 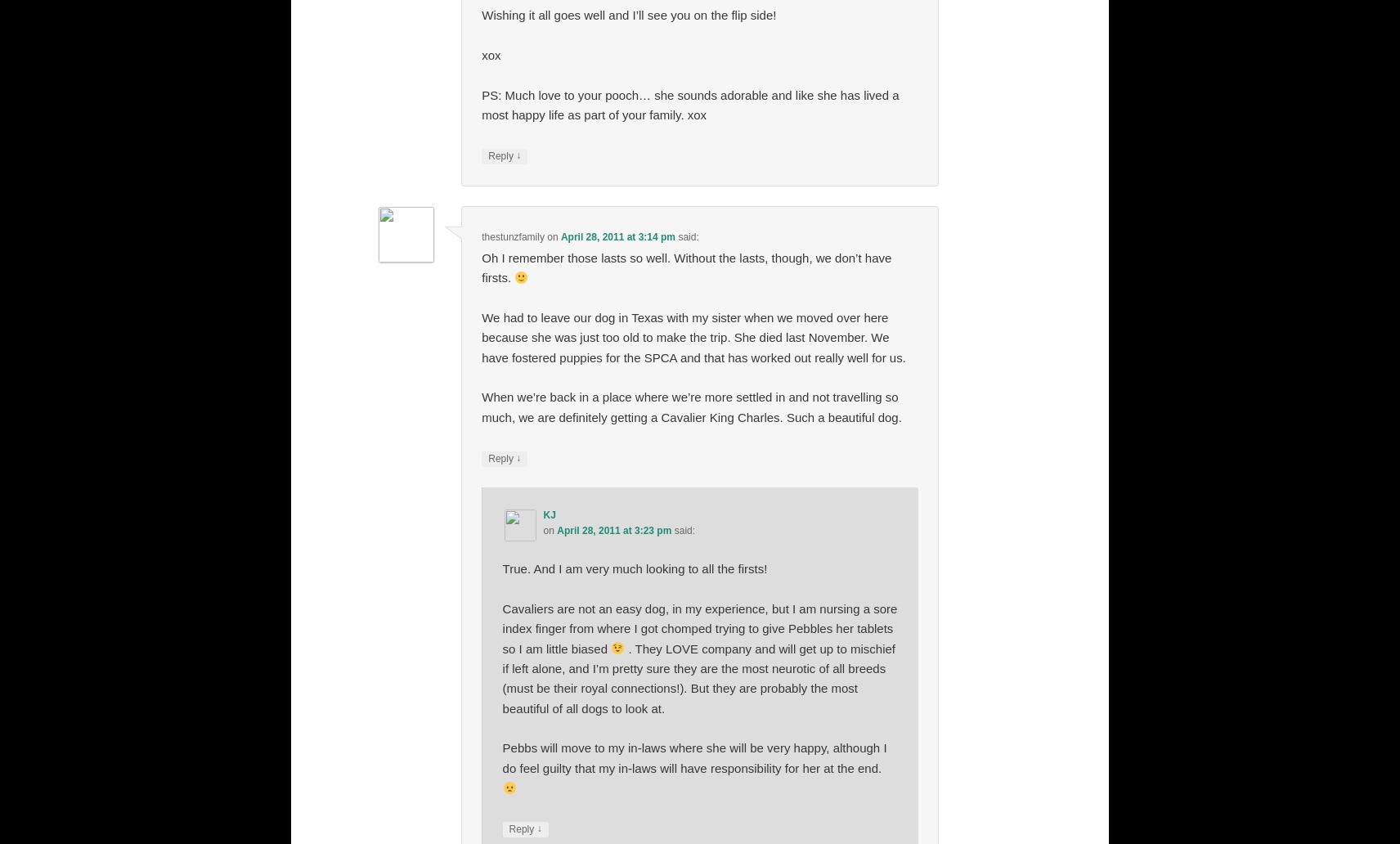 I want to click on 'Wishing it all goes well and I’ll see you on the flip side!', so click(x=629, y=15).